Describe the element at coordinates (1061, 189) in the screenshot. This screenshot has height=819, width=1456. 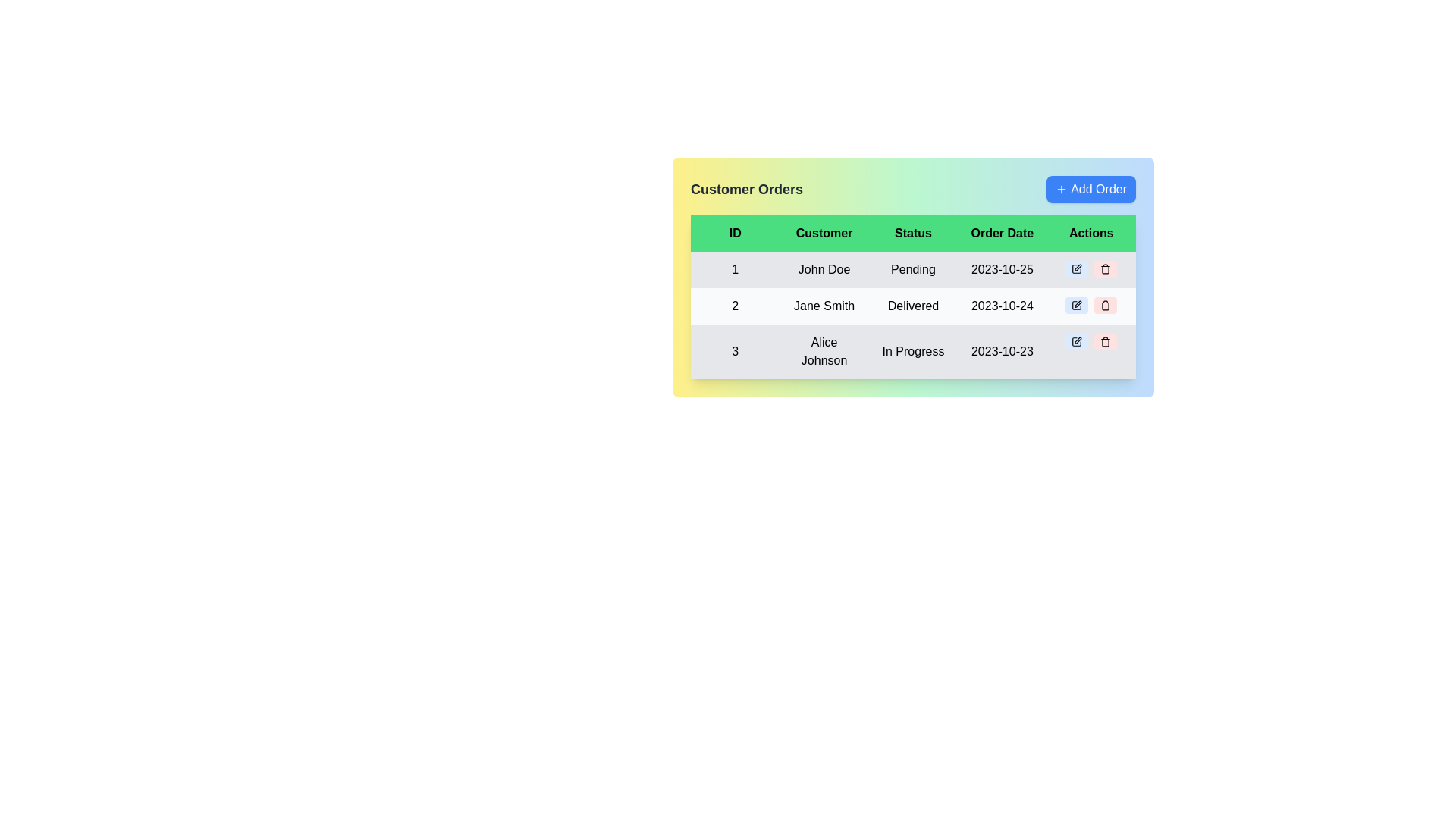
I see `the 'Add Order' button which contains the decorative icon for adding a new order, located to the left of the text label` at that location.